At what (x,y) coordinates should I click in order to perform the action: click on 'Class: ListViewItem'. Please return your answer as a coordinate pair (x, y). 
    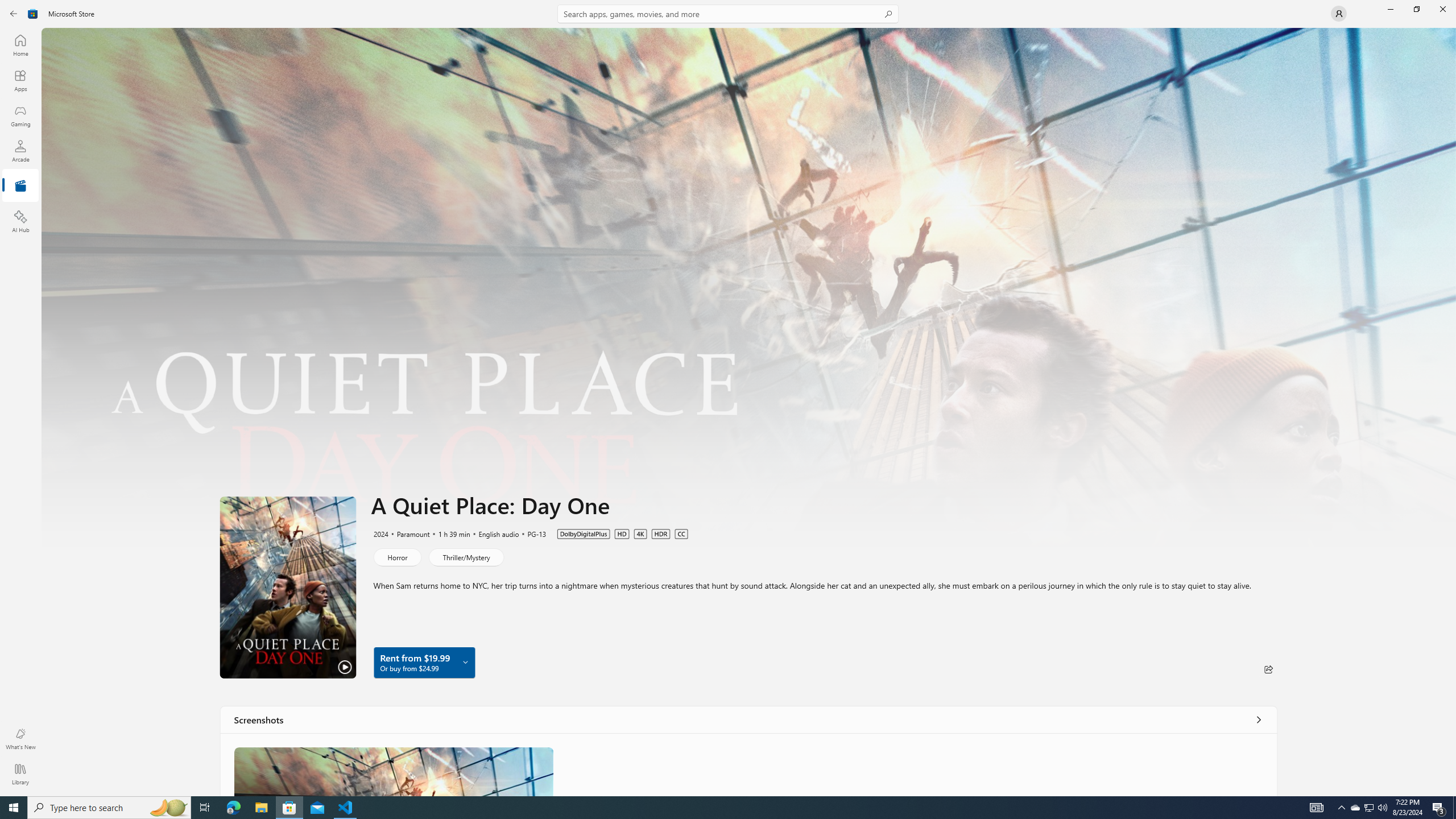
    Looking at the image, I should click on (394, 771).